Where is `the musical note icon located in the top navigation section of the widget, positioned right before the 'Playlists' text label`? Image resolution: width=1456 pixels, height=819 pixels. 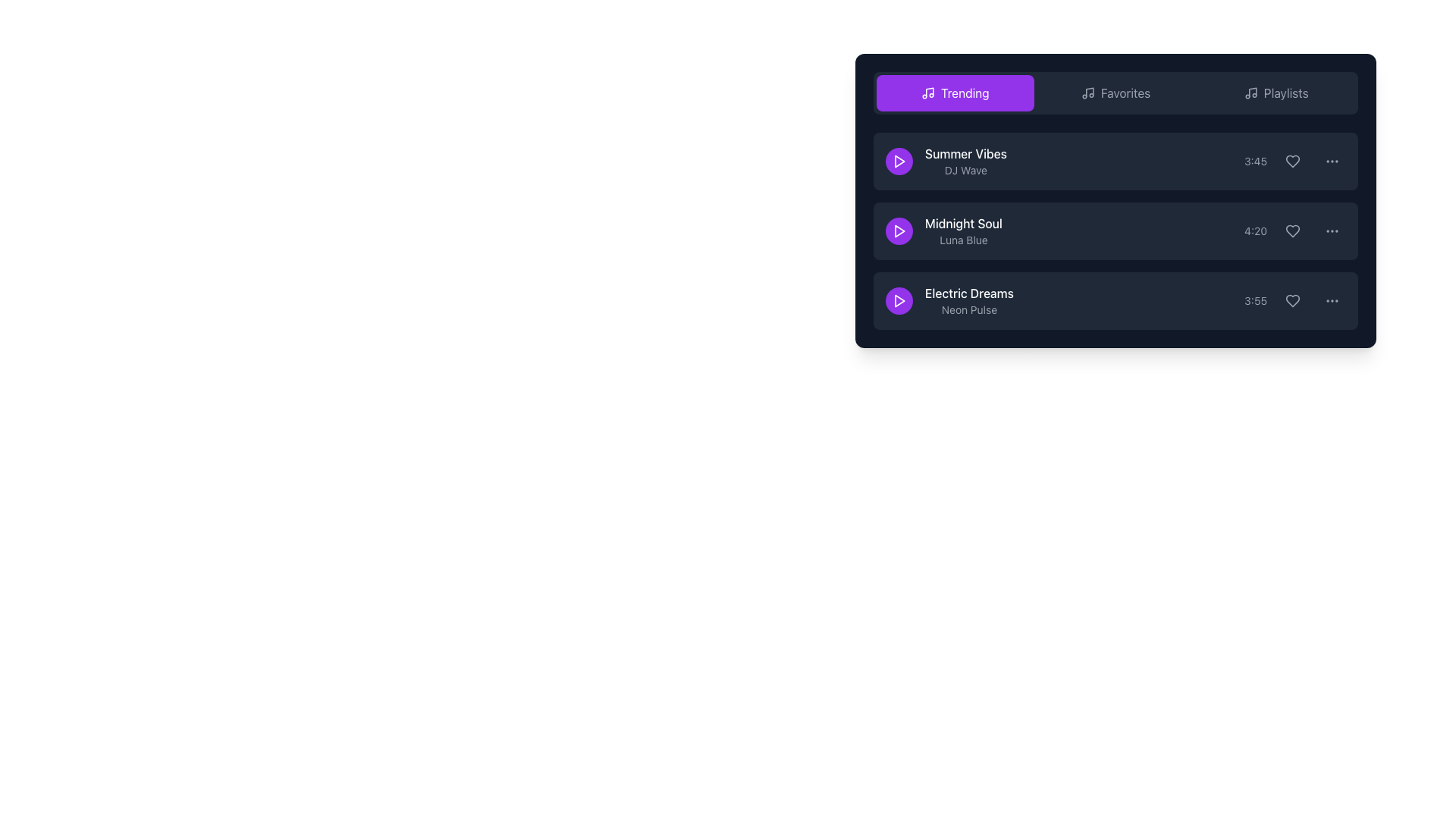 the musical note icon located in the top navigation section of the widget, positioned right before the 'Playlists' text label is located at coordinates (1250, 93).